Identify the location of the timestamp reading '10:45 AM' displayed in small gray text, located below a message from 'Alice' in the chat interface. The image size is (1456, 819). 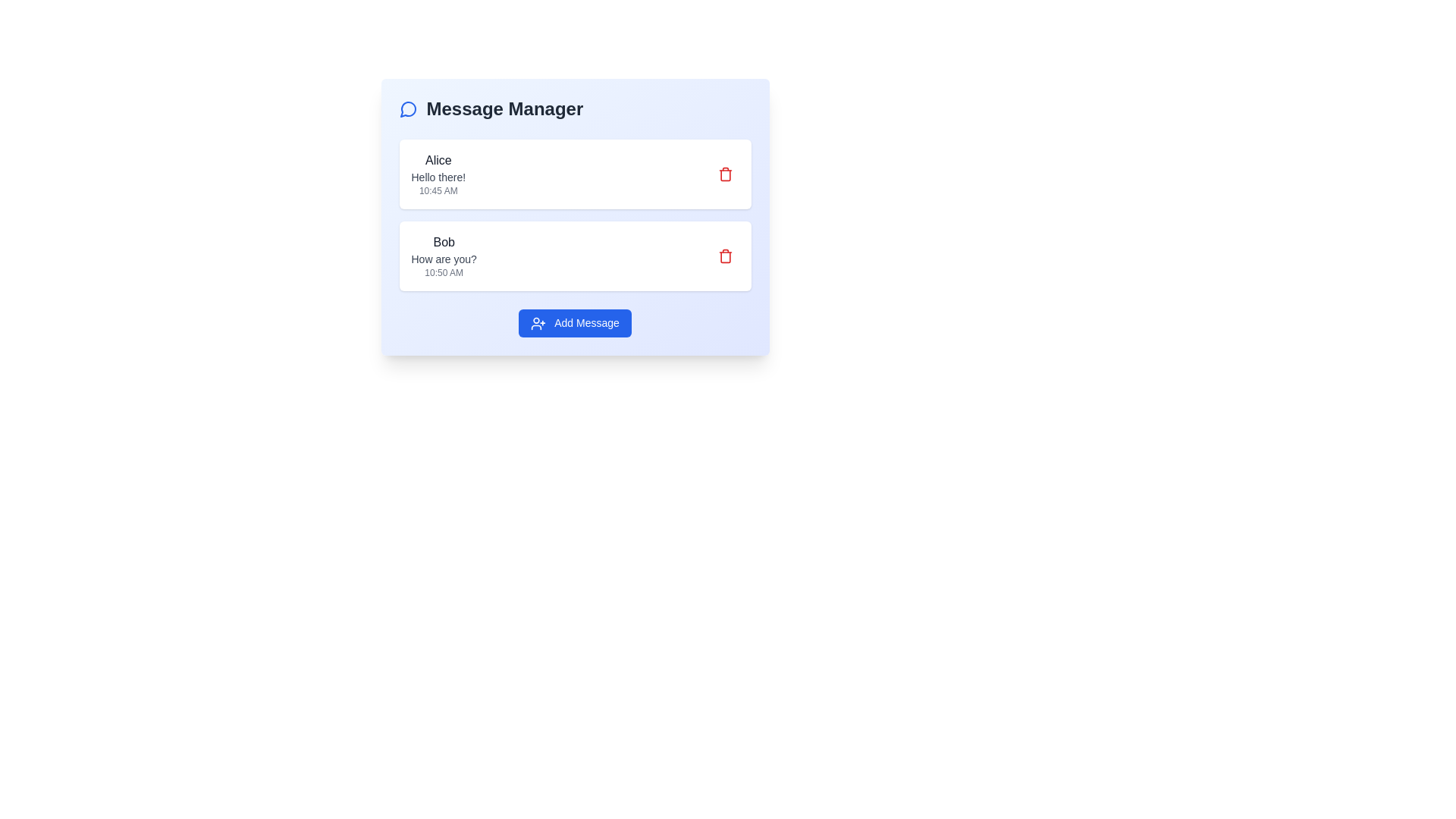
(438, 190).